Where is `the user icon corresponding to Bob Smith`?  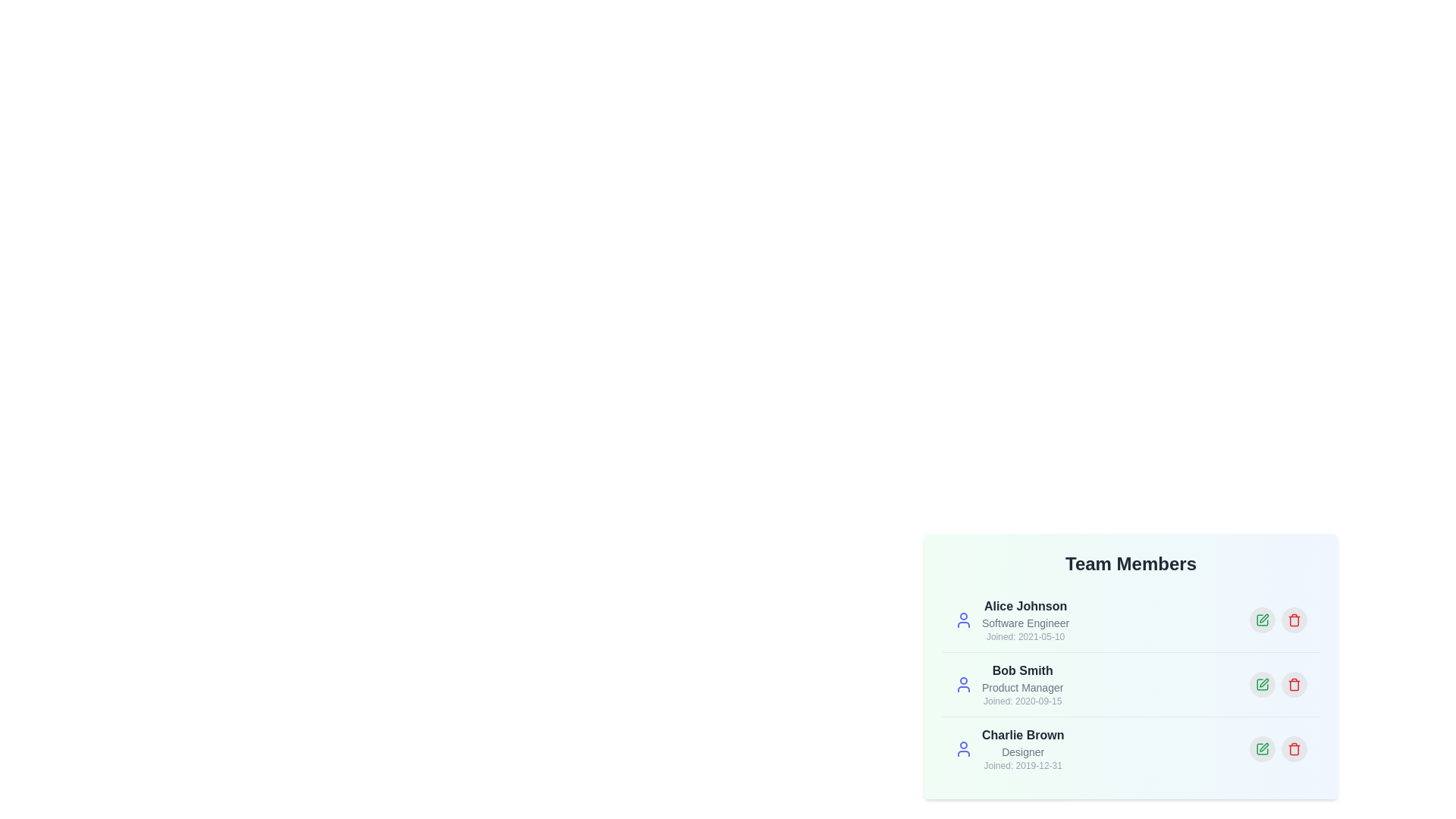
the user icon corresponding to Bob Smith is located at coordinates (963, 684).